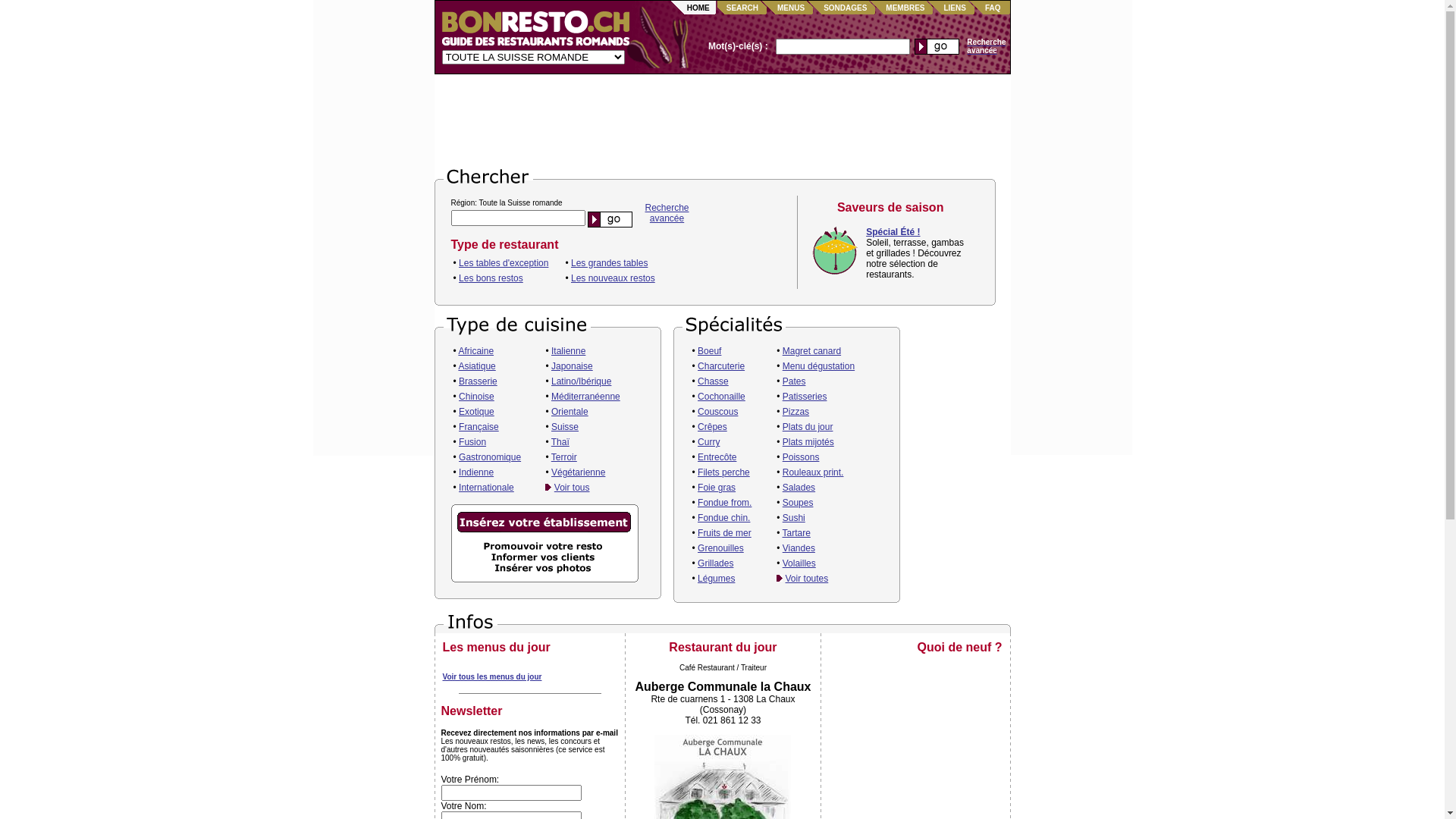 The width and height of the screenshot is (1456, 819). What do you see at coordinates (503, 262) in the screenshot?
I see `'Les tables d'exception'` at bounding box center [503, 262].